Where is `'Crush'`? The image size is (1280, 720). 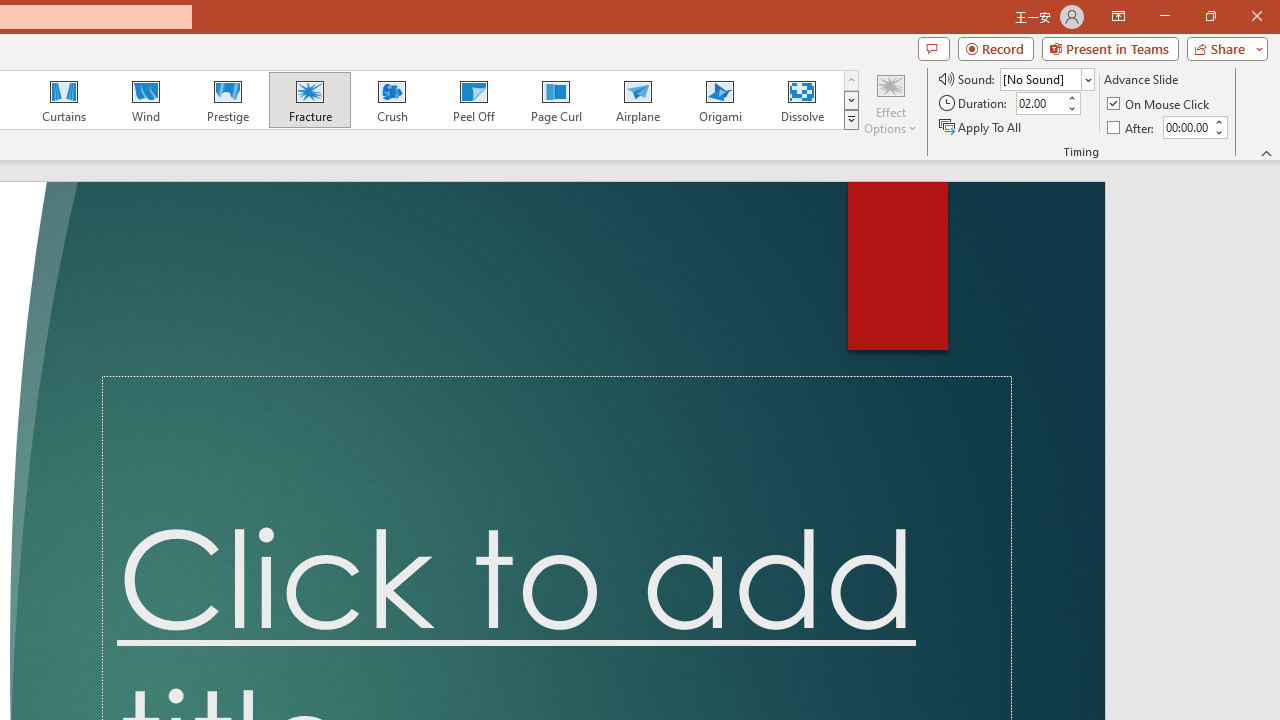 'Crush' is located at coordinates (391, 100).